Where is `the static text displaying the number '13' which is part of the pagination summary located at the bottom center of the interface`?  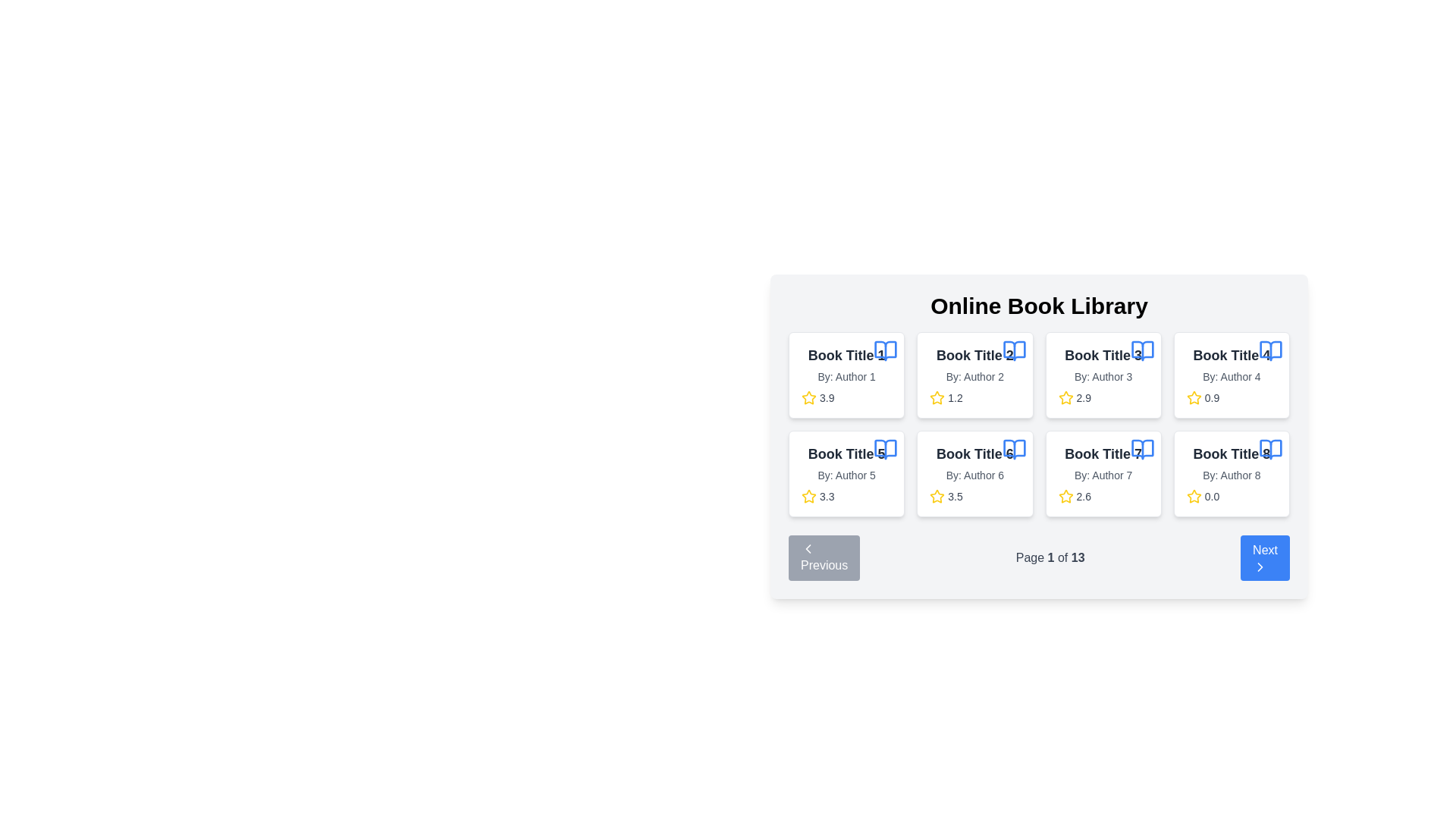
the static text displaying the number '13' which is part of the pagination summary located at the bottom center of the interface is located at coordinates (1077, 557).